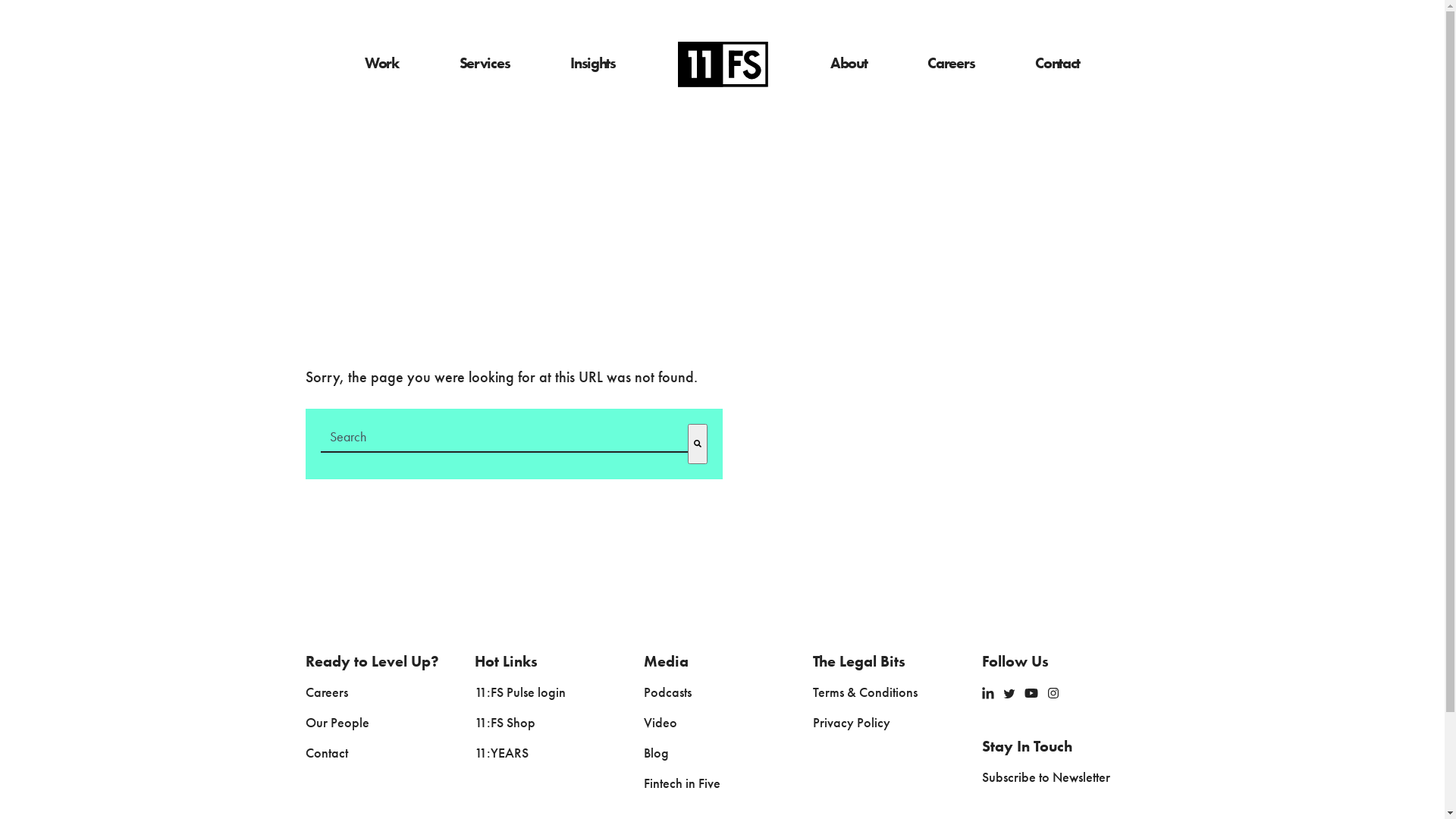  I want to click on '11:YEARS', so click(501, 754).